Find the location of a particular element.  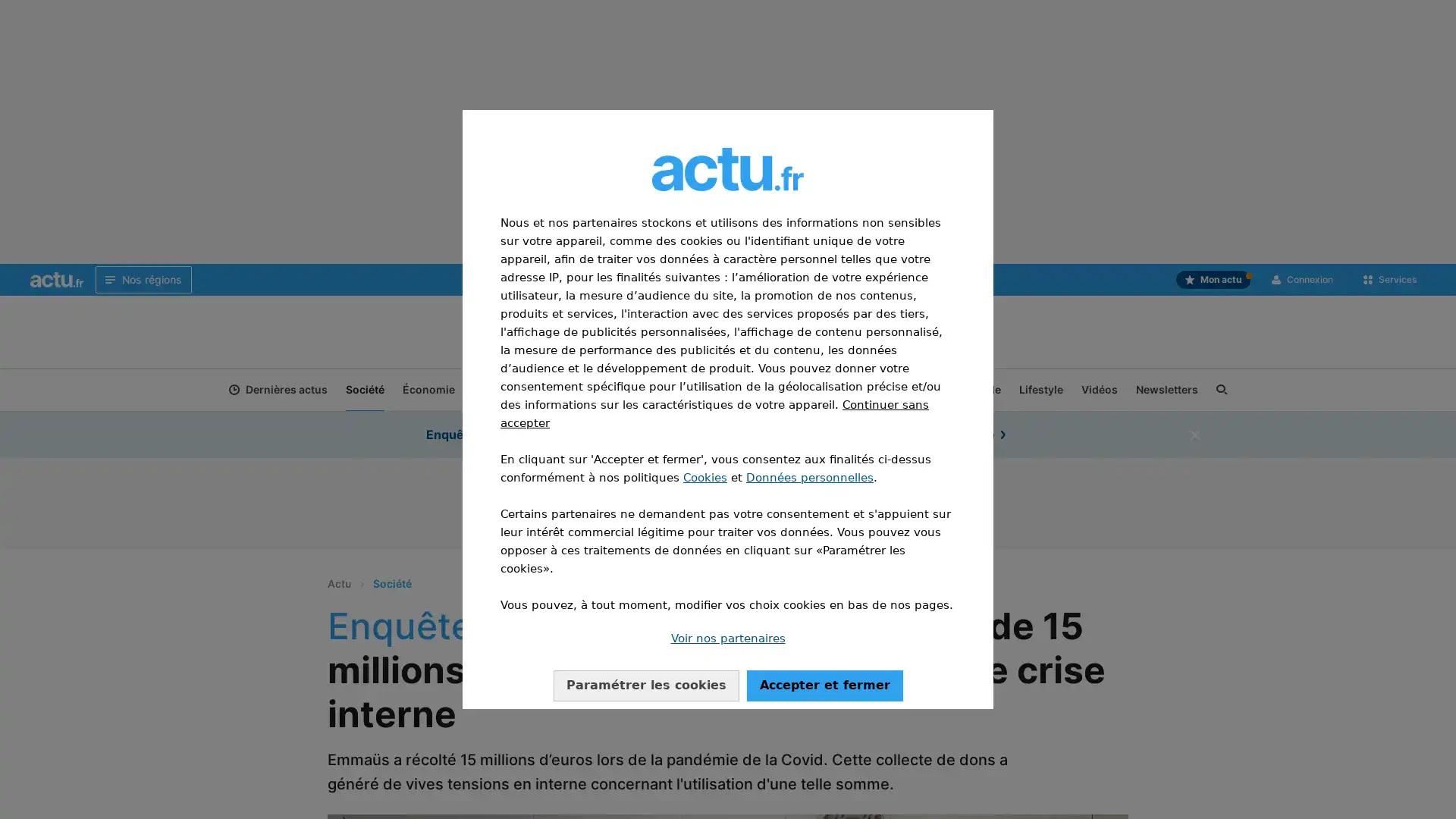

Nos regions is located at coordinates (143, 280).